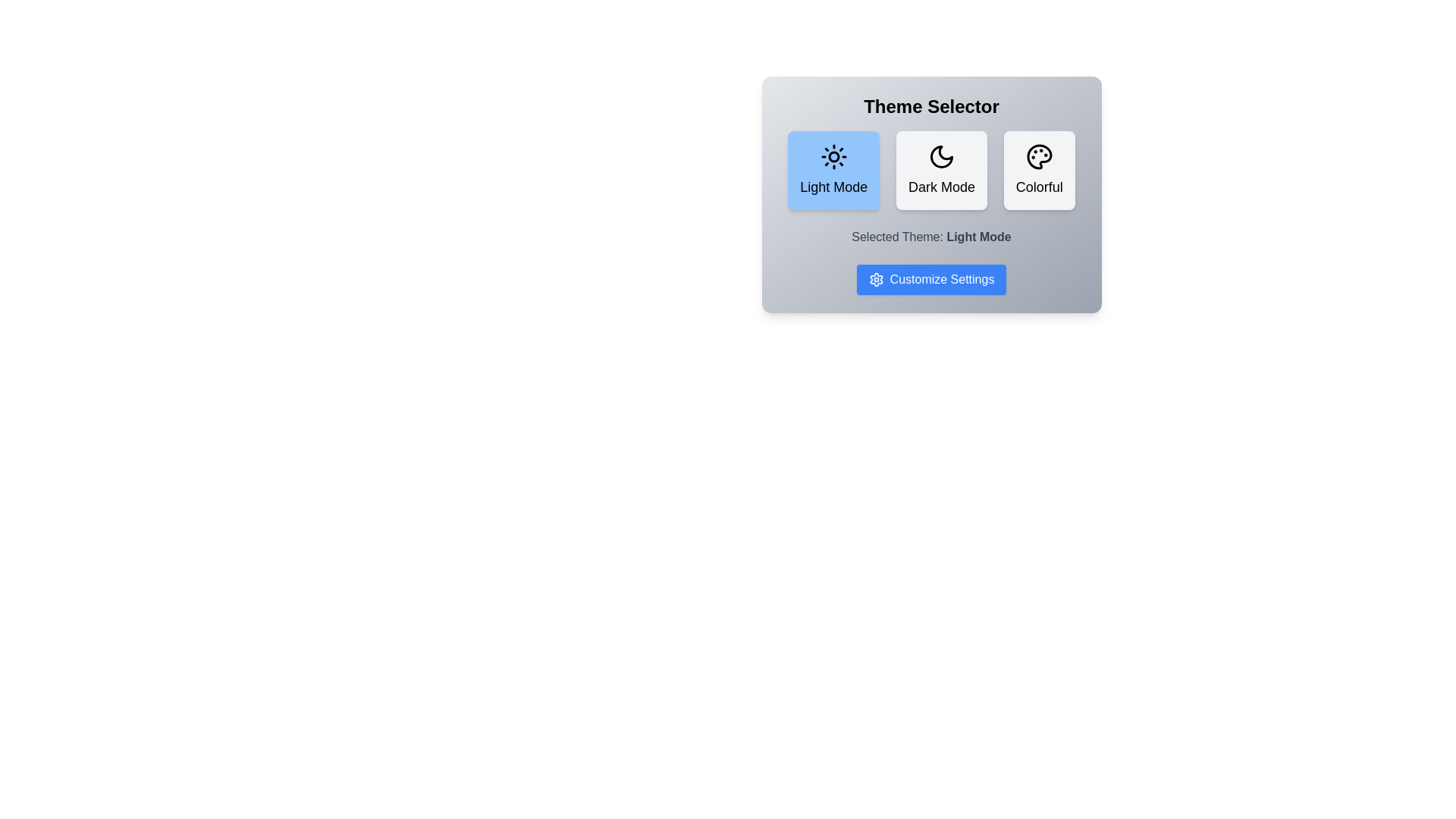 The image size is (1456, 819). Describe the element at coordinates (1038, 170) in the screenshot. I see `the theme button to select Colorful` at that location.